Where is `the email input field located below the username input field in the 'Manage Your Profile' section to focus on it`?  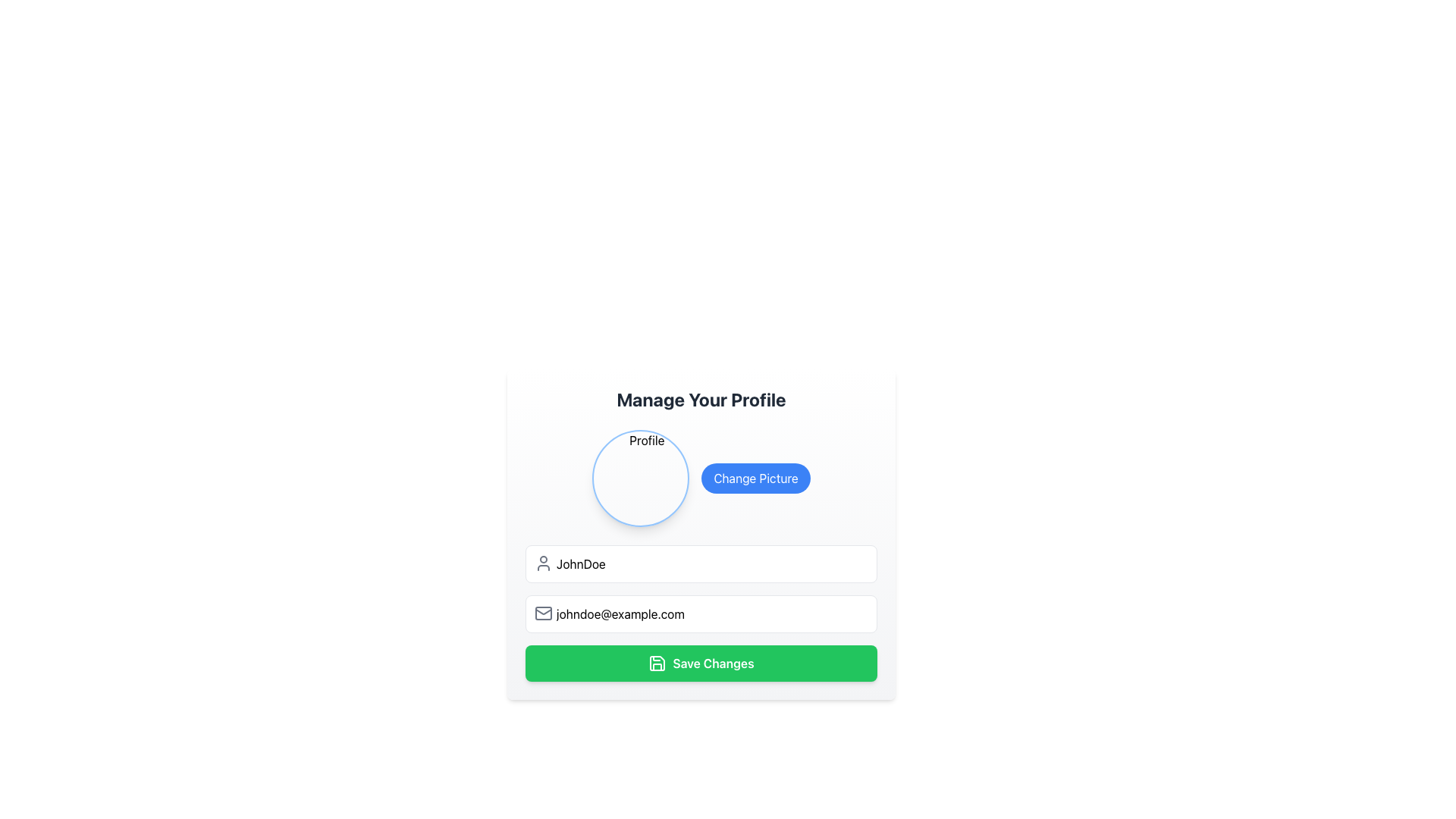
the email input field located below the username input field in the 'Manage Your Profile' section to focus on it is located at coordinates (701, 614).